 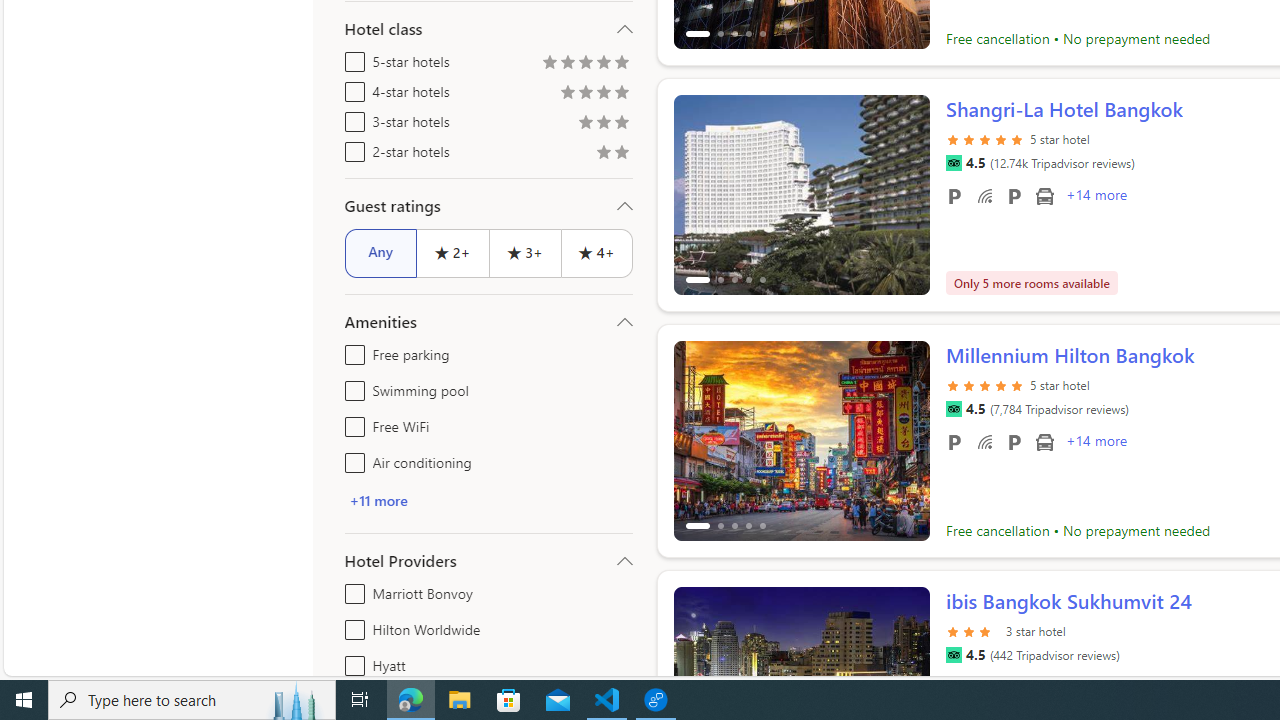 What do you see at coordinates (952, 655) in the screenshot?
I see `'Tripadvisor'` at bounding box center [952, 655].